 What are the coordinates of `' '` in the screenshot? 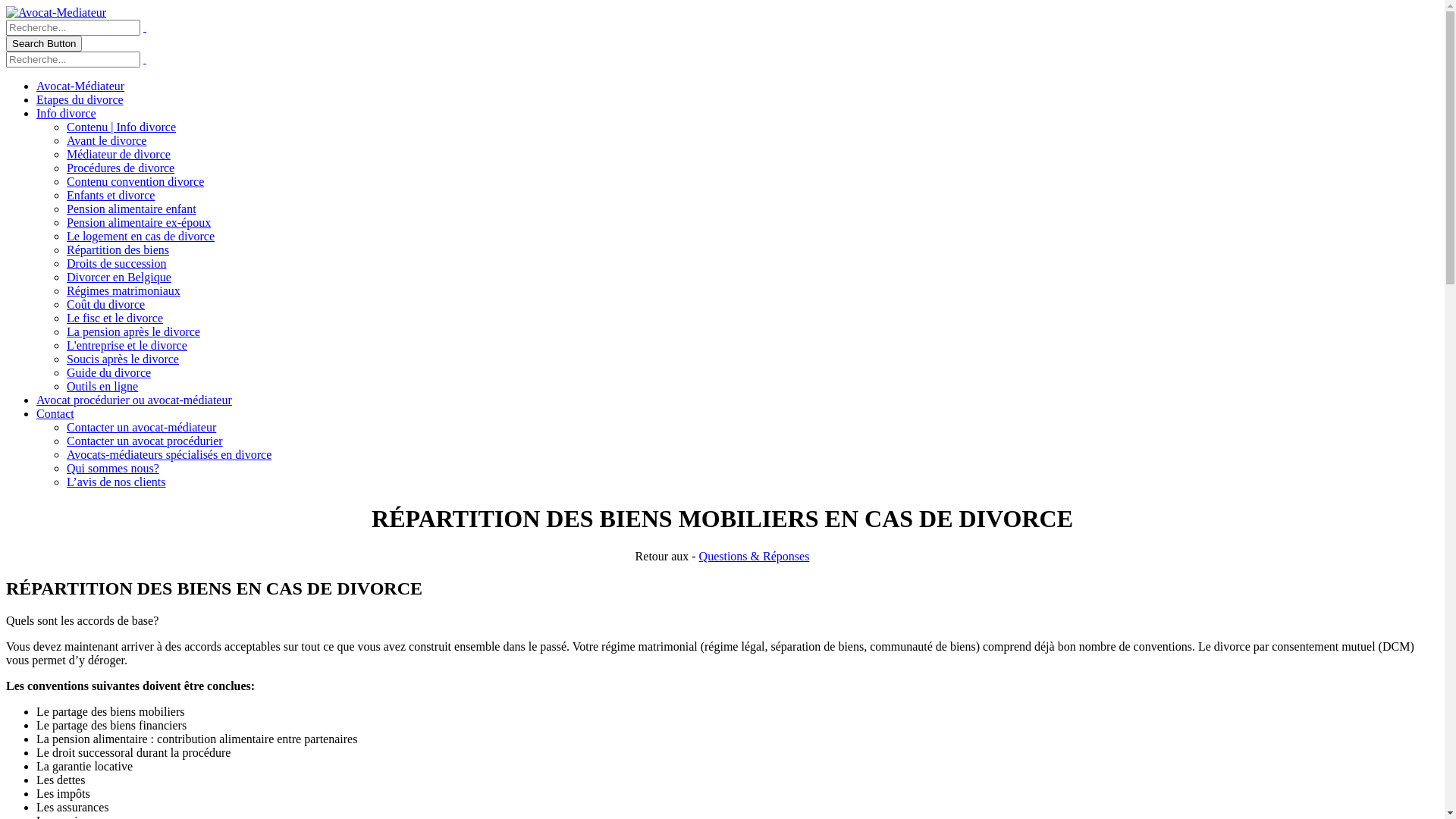 It's located at (145, 27).